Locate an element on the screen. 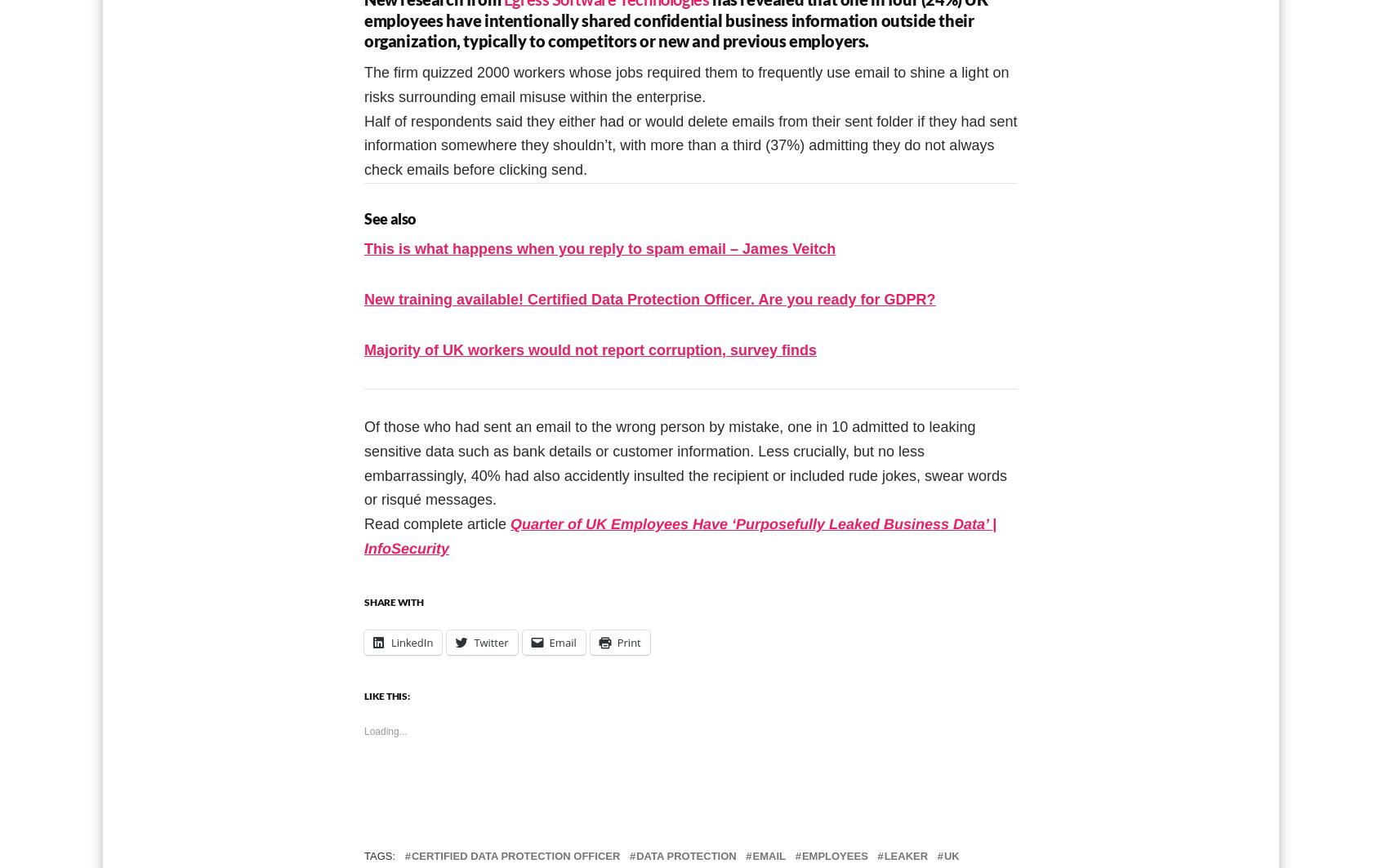 This screenshot has height=868, width=1382. 'Like this:' is located at coordinates (386, 694).